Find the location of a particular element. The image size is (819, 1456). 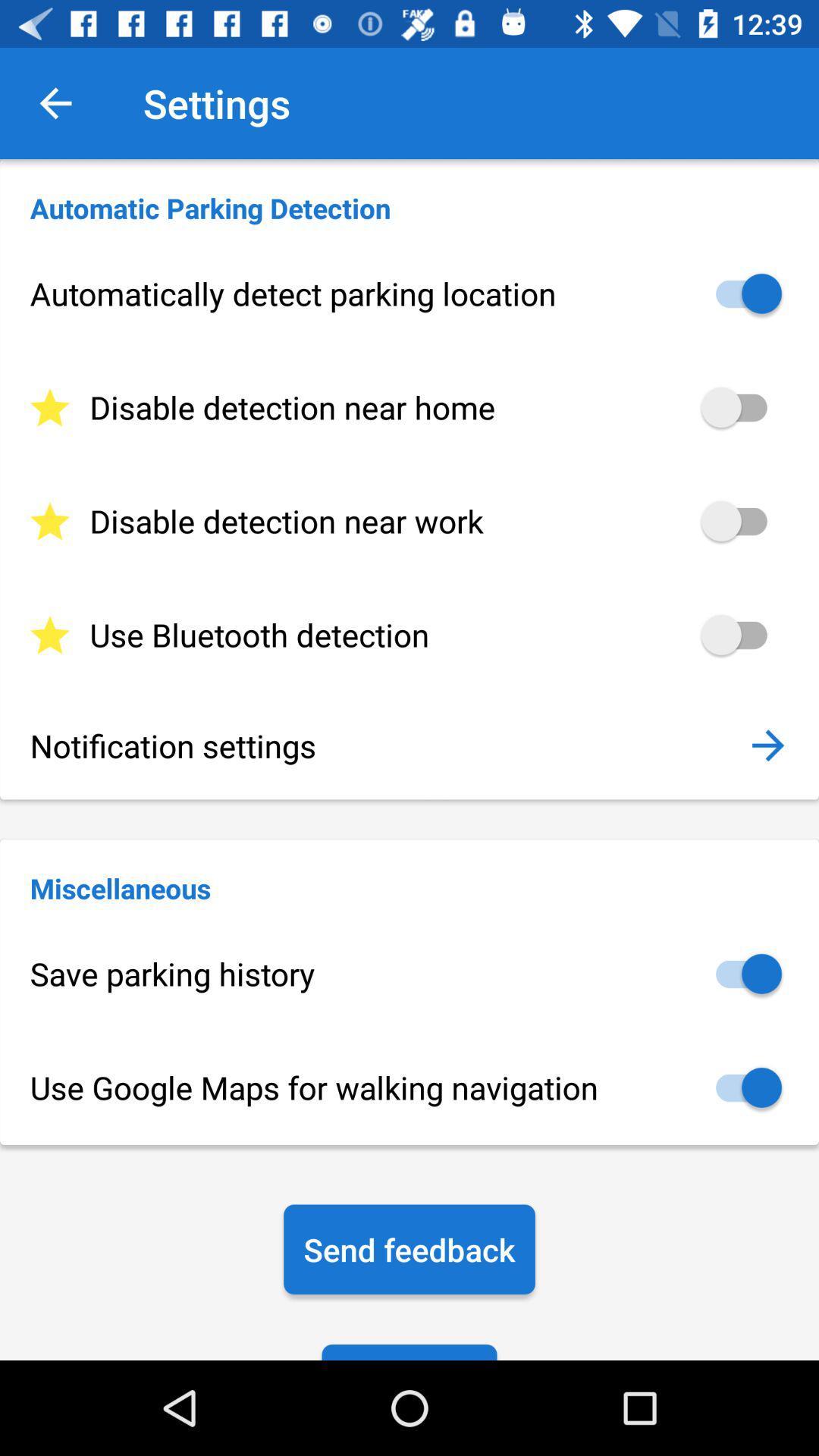

the icon below the use google maps is located at coordinates (409, 1249).